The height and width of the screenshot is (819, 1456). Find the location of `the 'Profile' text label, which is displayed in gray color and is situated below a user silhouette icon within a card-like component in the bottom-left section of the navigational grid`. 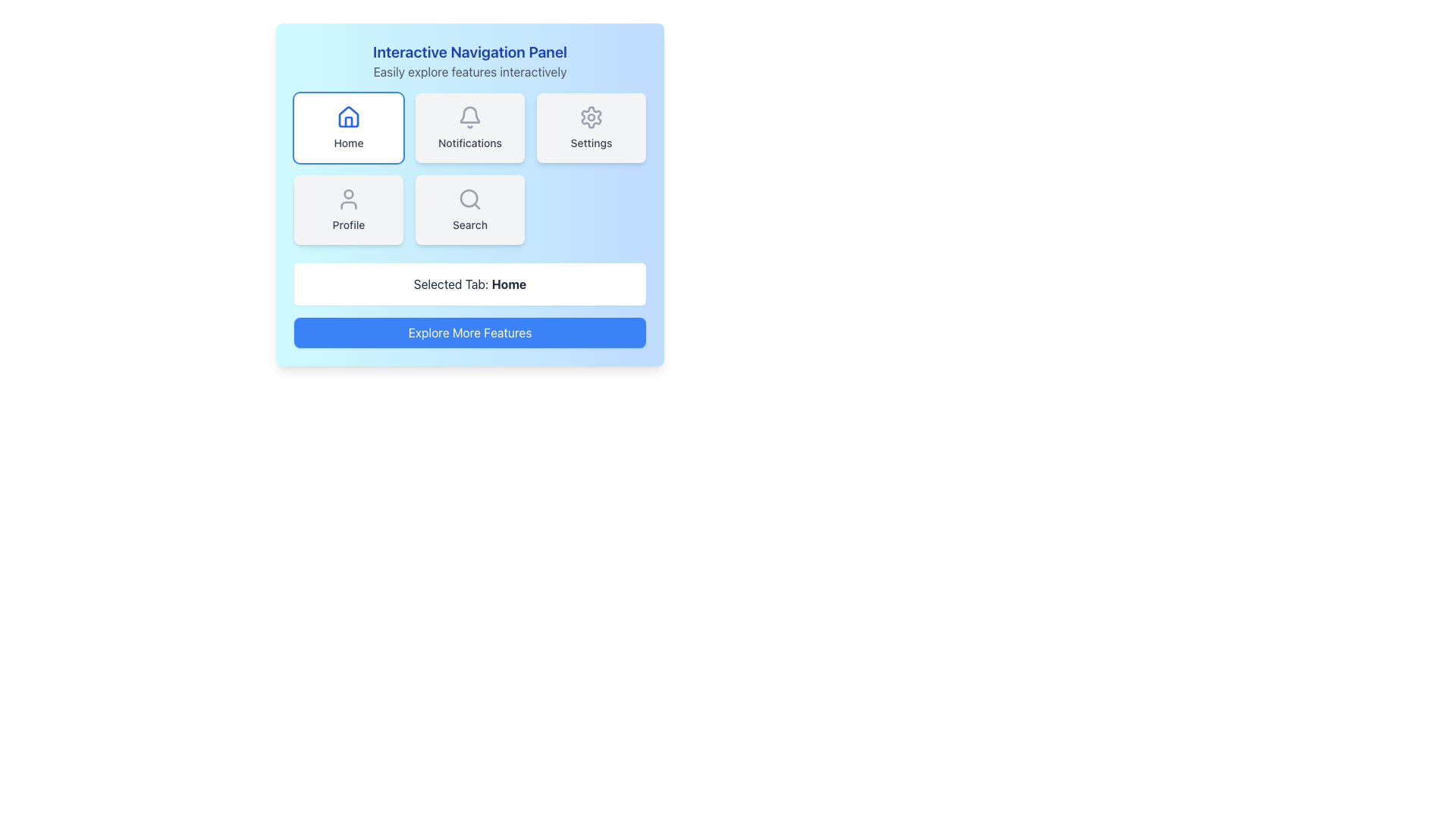

the 'Profile' text label, which is displayed in gray color and is situated below a user silhouette icon within a card-like component in the bottom-left section of the navigational grid is located at coordinates (348, 225).